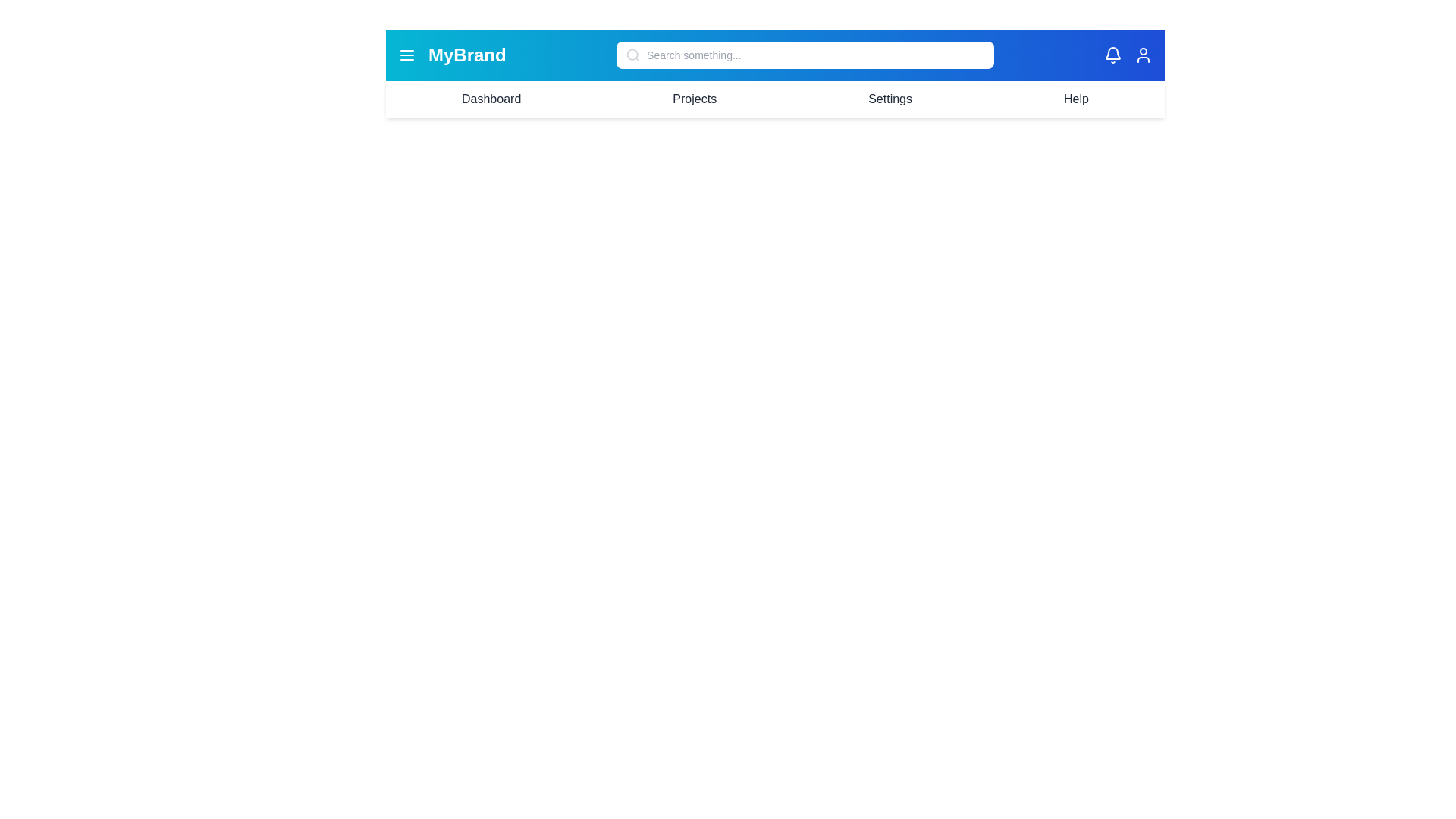 The width and height of the screenshot is (1456, 819). I want to click on the menu item Projects, so click(694, 99).